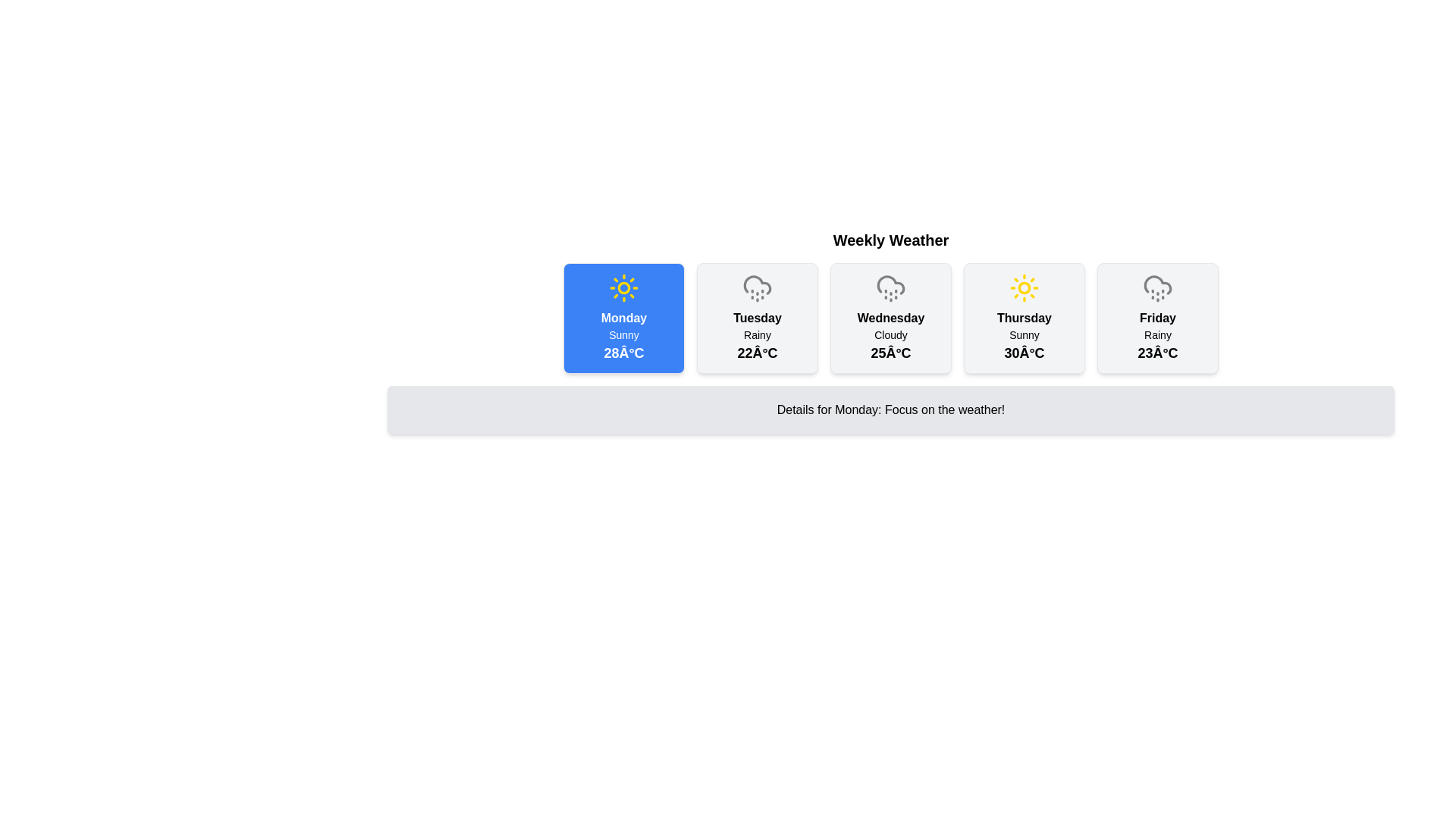 The width and height of the screenshot is (1456, 819). I want to click on text label displaying 'Tuesday' located at the top of the Tuesday weather information card, which is the second card in a horizontal row of five cards, so click(757, 318).